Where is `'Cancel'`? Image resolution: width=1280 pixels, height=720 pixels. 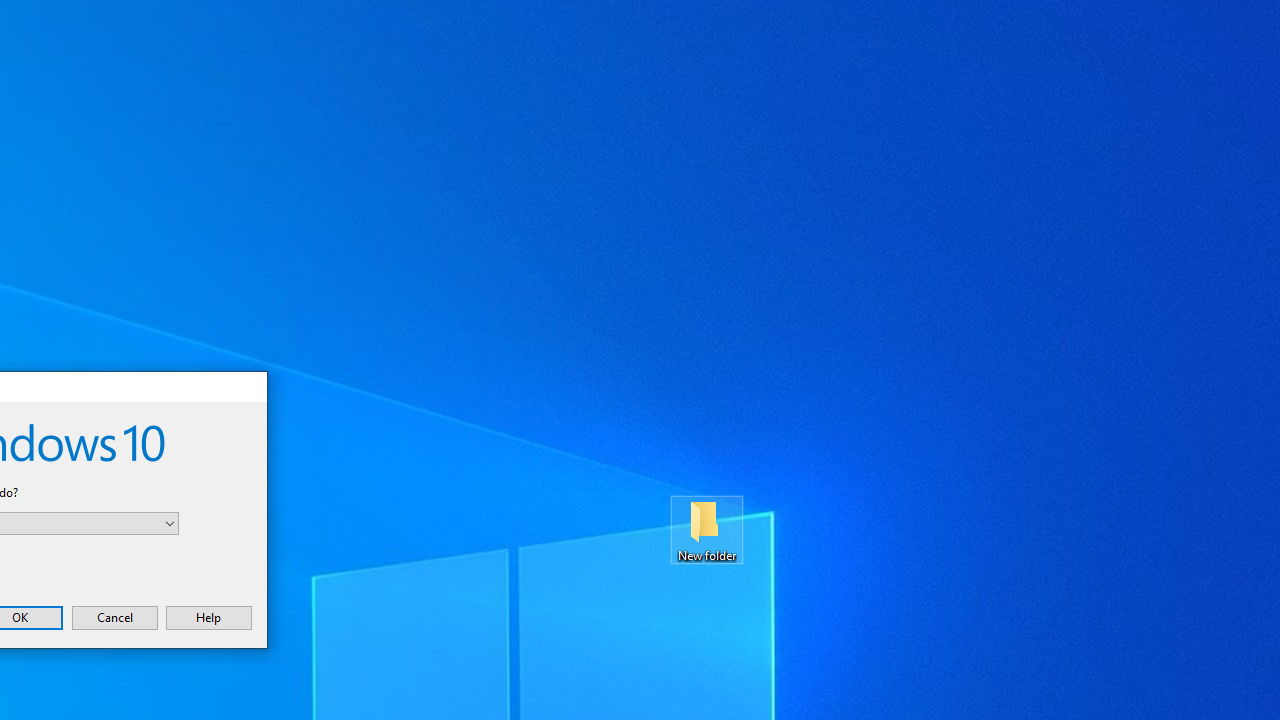
'Cancel' is located at coordinates (113, 616).